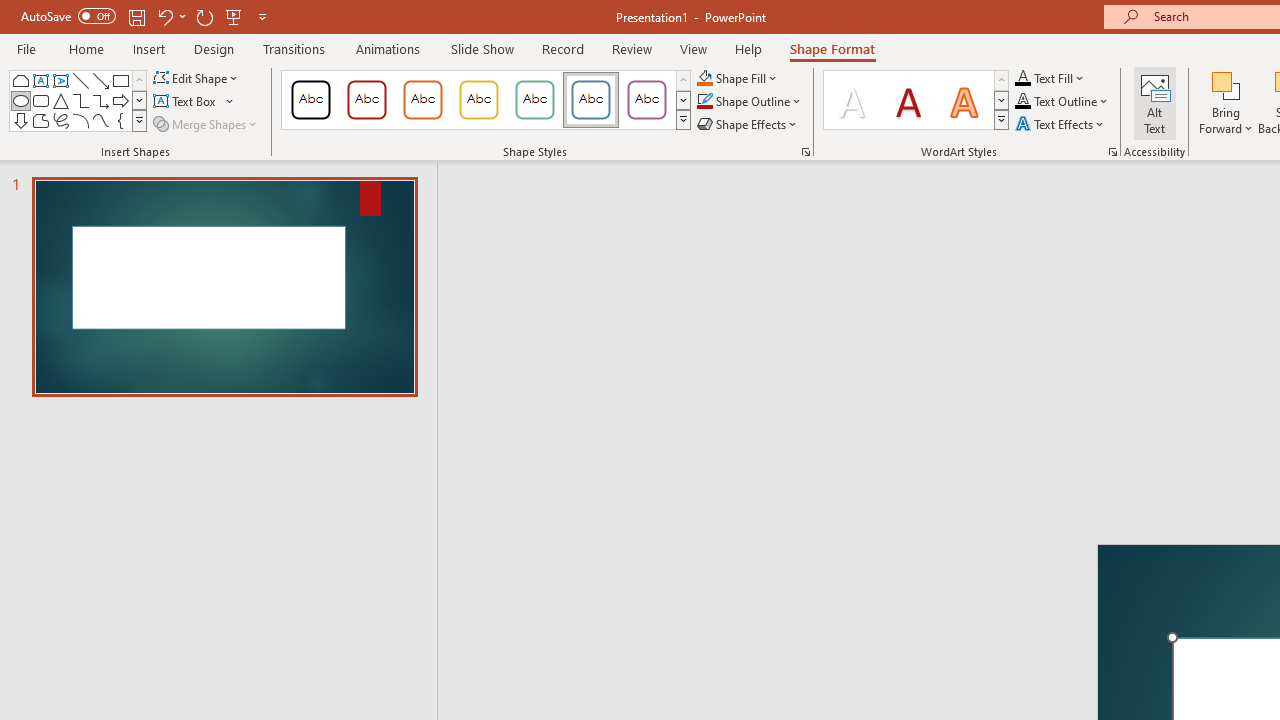 Image resolution: width=1280 pixels, height=720 pixels. What do you see at coordinates (477, 100) in the screenshot?
I see `'Colored Outline - Gold, Accent 3'` at bounding box center [477, 100].